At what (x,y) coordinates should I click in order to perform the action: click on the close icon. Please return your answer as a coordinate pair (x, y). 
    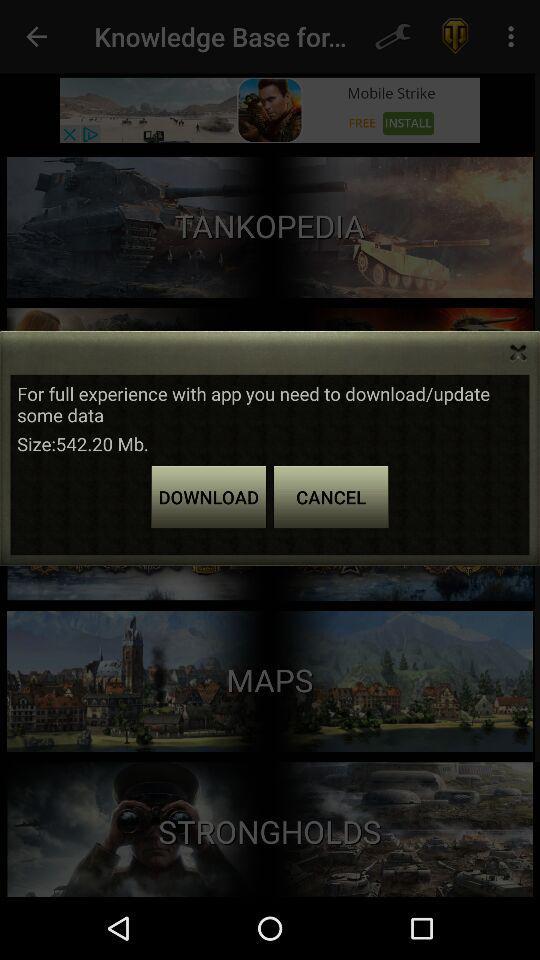
    Looking at the image, I should click on (518, 376).